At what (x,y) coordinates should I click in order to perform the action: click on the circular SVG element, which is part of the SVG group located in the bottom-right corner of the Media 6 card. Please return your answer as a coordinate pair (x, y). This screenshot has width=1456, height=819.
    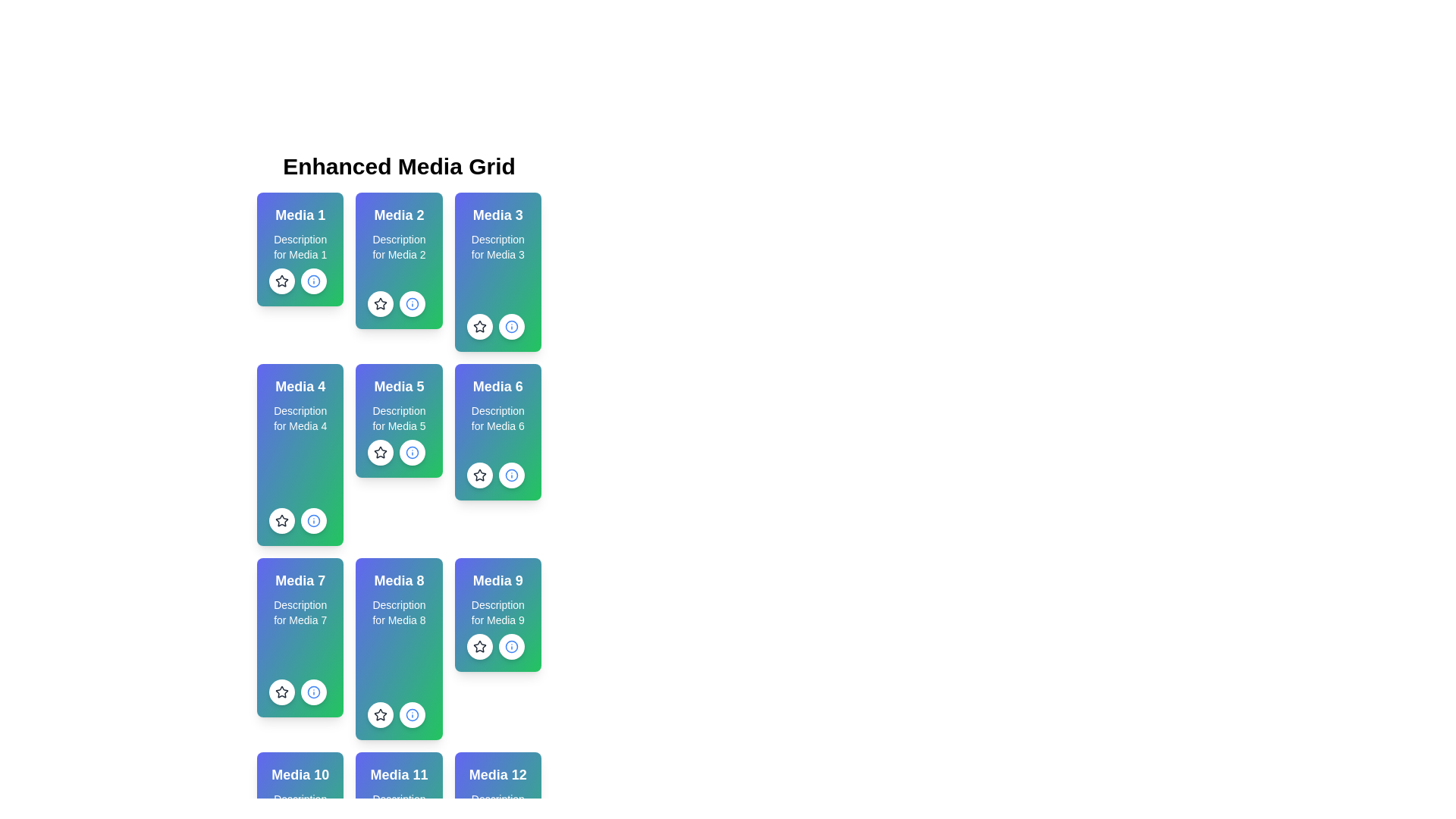
    Looking at the image, I should click on (312, 519).